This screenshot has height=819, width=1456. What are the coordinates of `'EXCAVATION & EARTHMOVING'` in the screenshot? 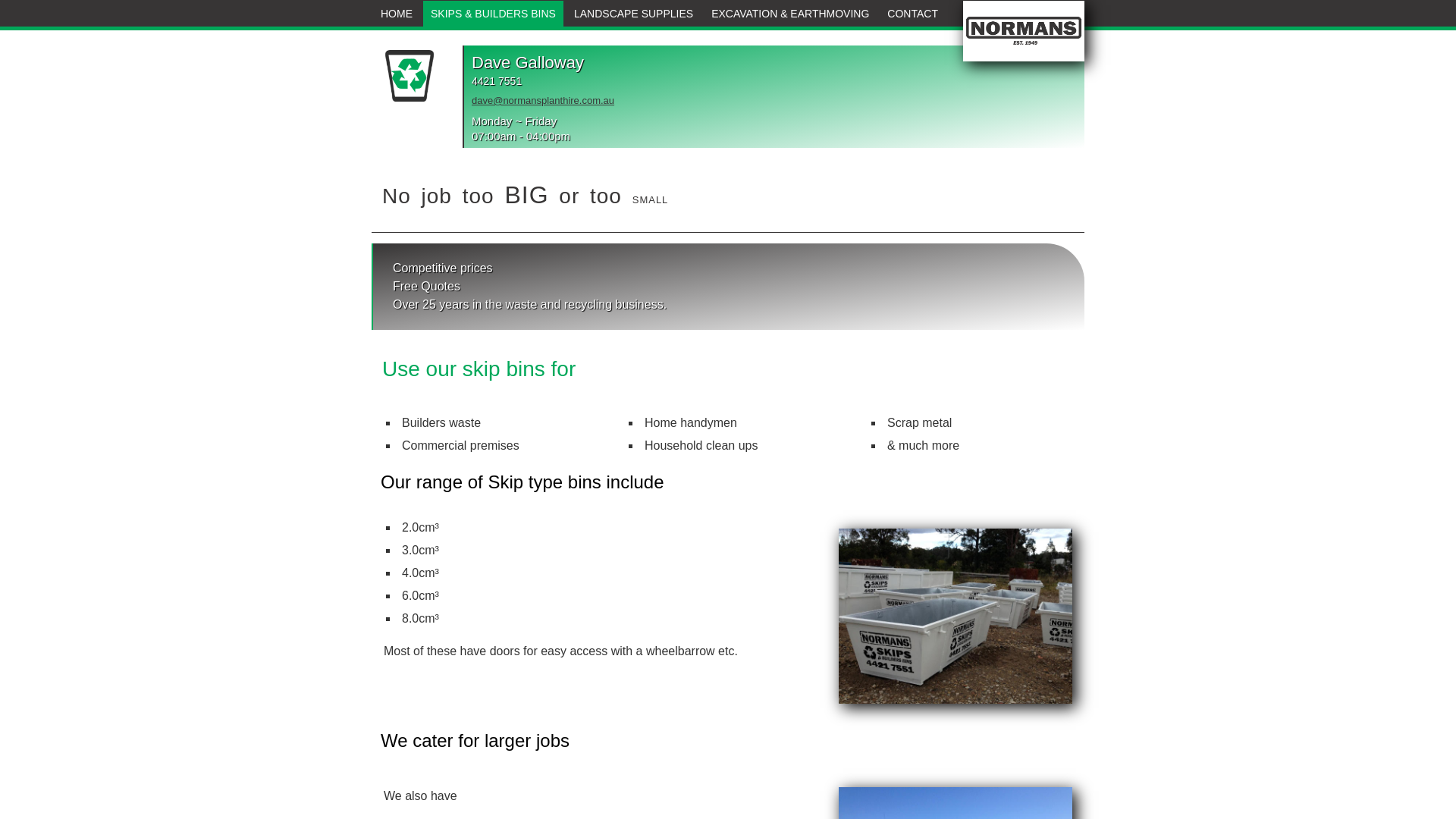 It's located at (702, 14).